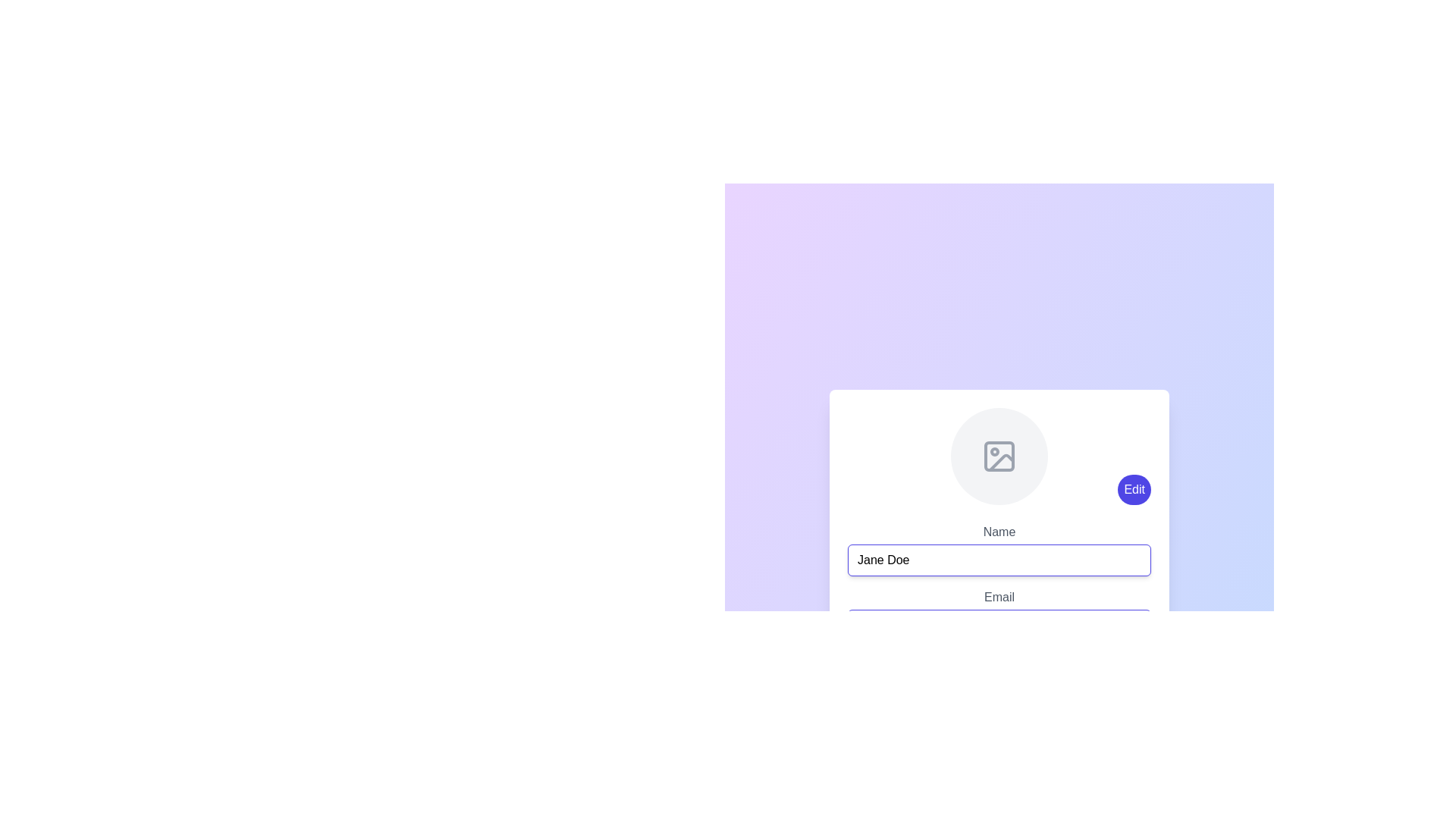 The height and width of the screenshot is (819, 1456). I want to click on the rounded 'Edit' button with white text on an indigo background located at the bottom-right corner of the user profile layout, so click(1134, 488).